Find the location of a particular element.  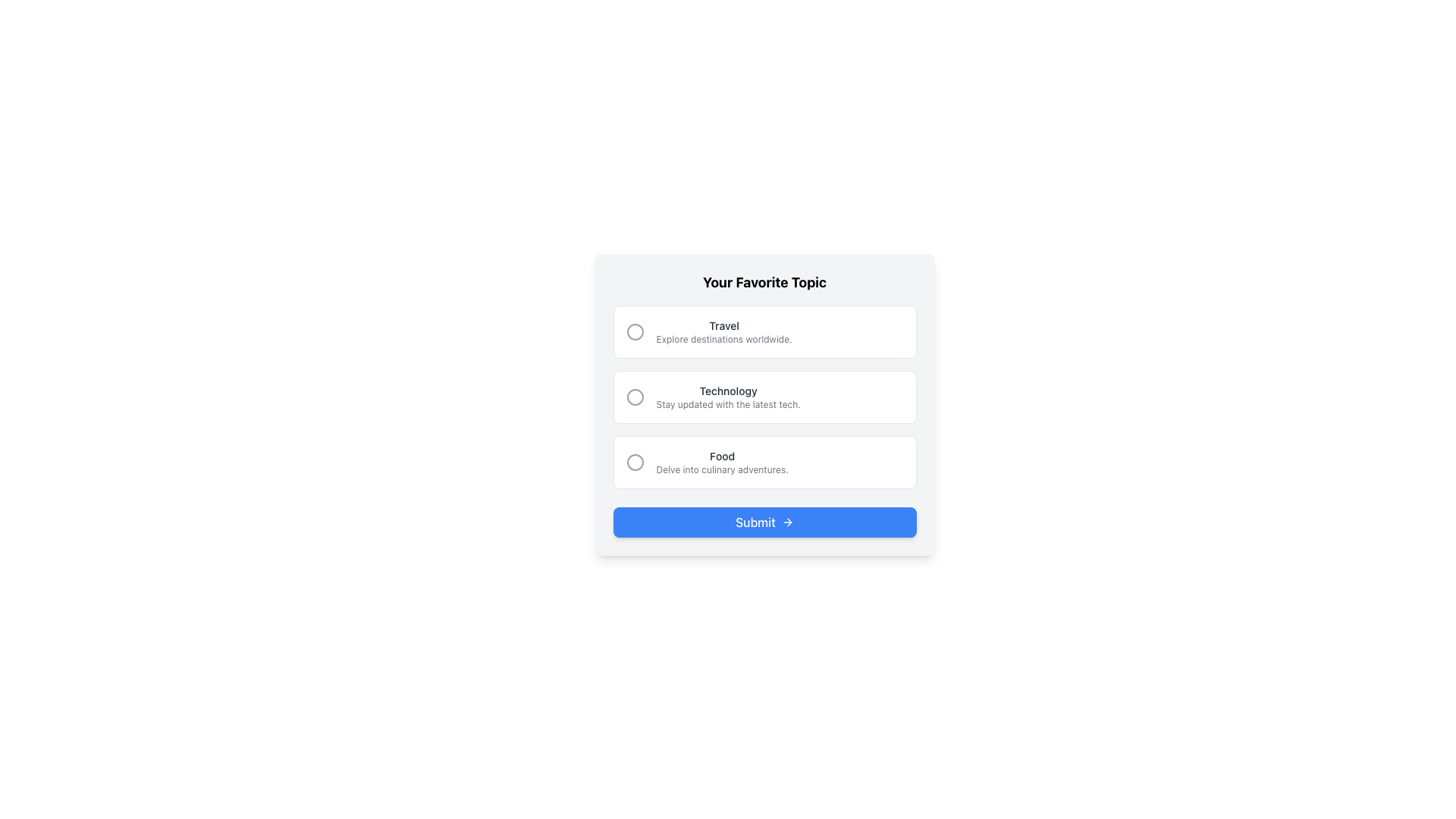

the text that provides information about the 'Food' topic located in the third option box of the 'Your Favorite Topic' list, positioned below 'Travel' and 'Technology' and above the 'Submit' button is located at coordinates (721, 461).